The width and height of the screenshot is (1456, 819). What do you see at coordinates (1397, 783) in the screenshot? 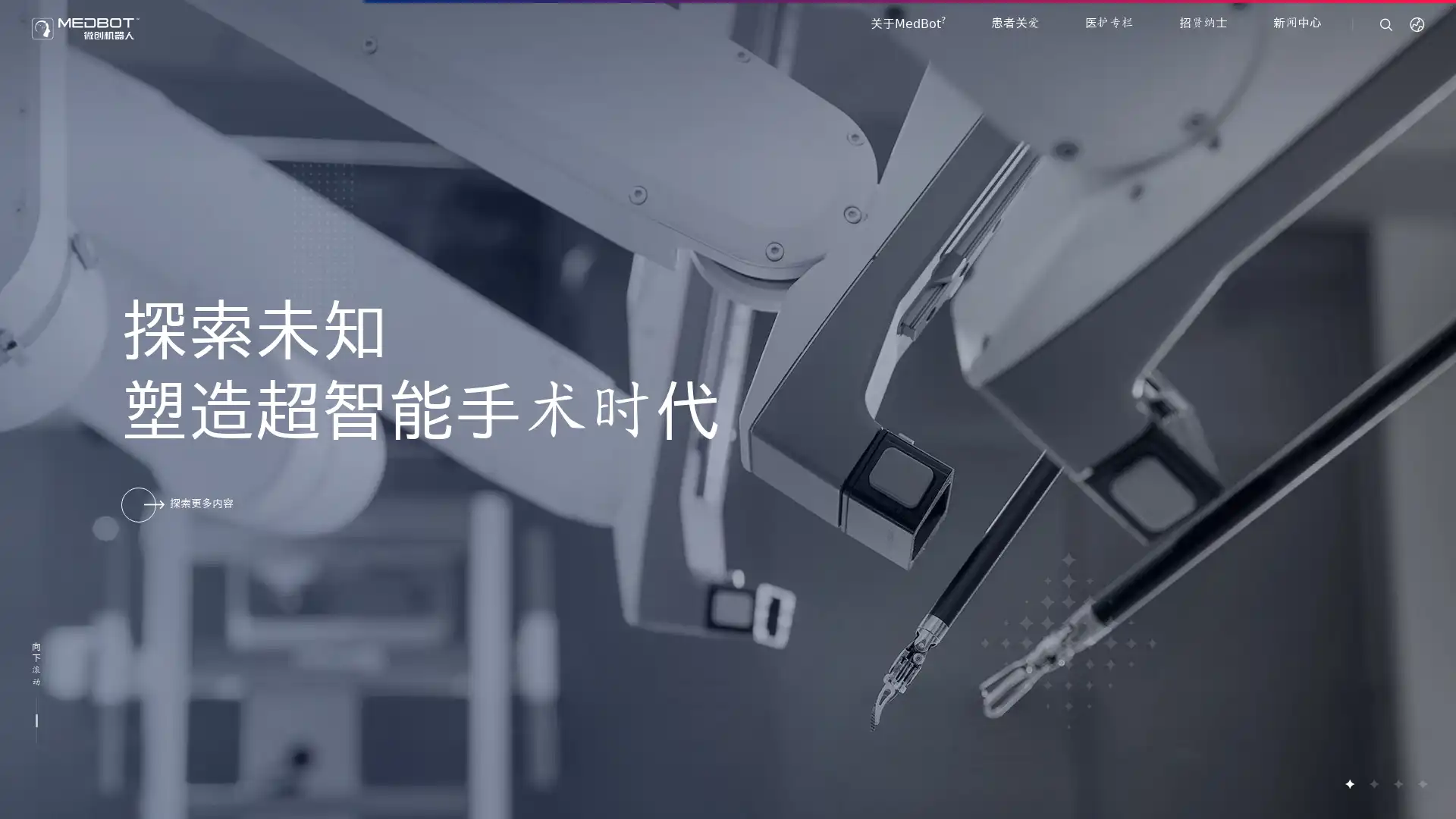
I see `Go to slide 3` at bounding box center [1397, 783].